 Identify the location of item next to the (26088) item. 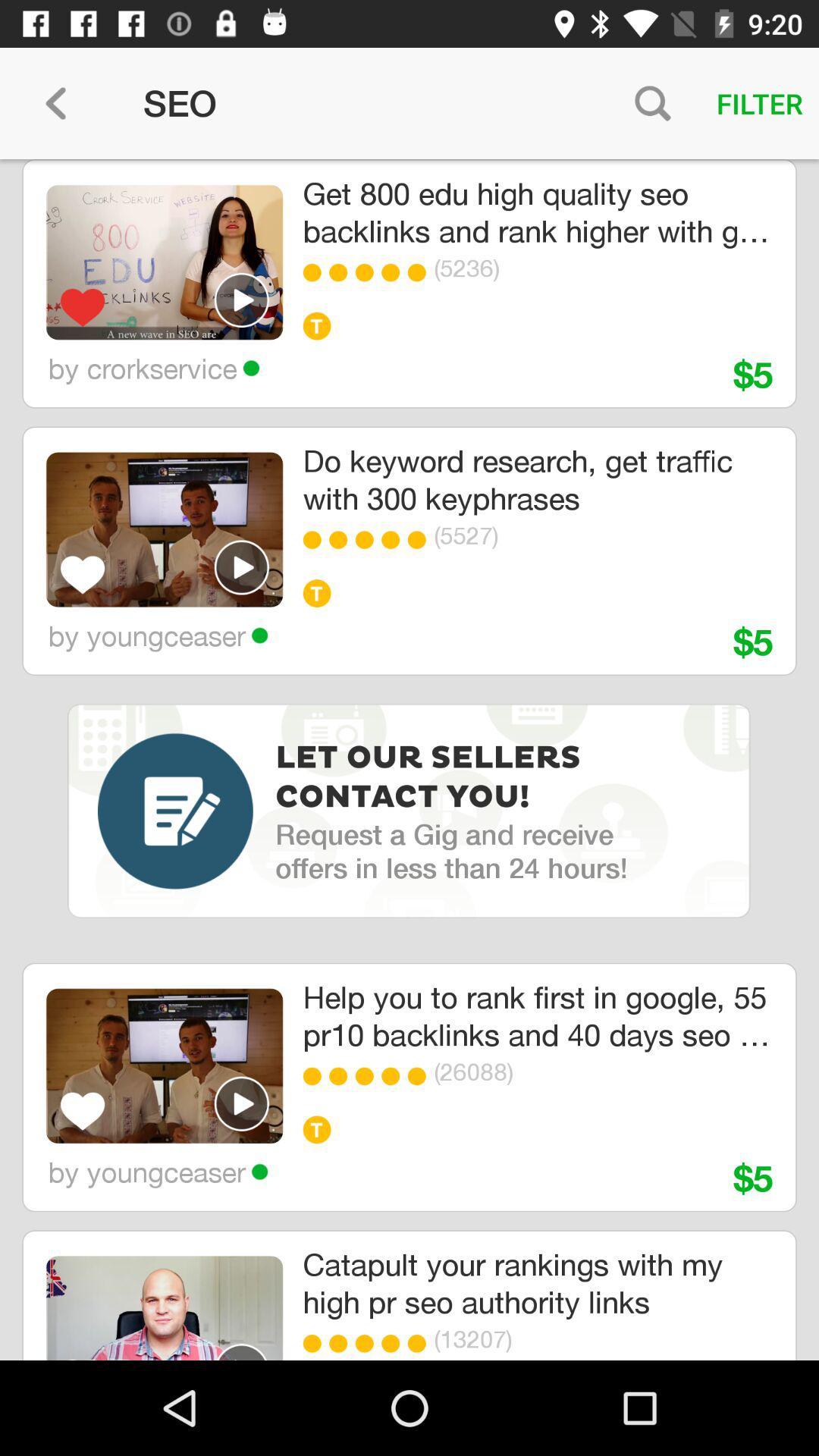
(421, 1075).